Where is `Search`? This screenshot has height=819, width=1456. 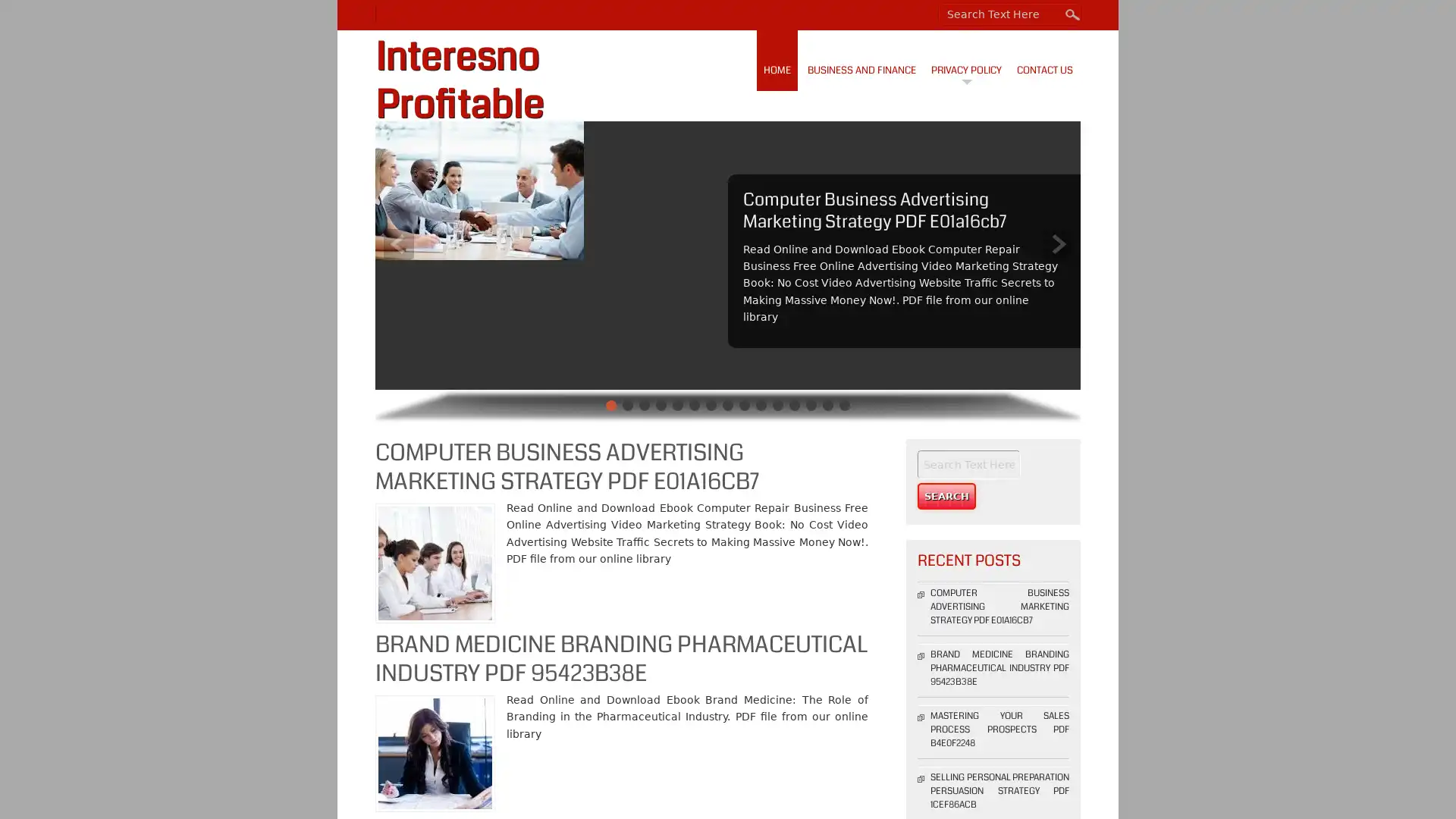 Search is located at coordinates (946, 496).